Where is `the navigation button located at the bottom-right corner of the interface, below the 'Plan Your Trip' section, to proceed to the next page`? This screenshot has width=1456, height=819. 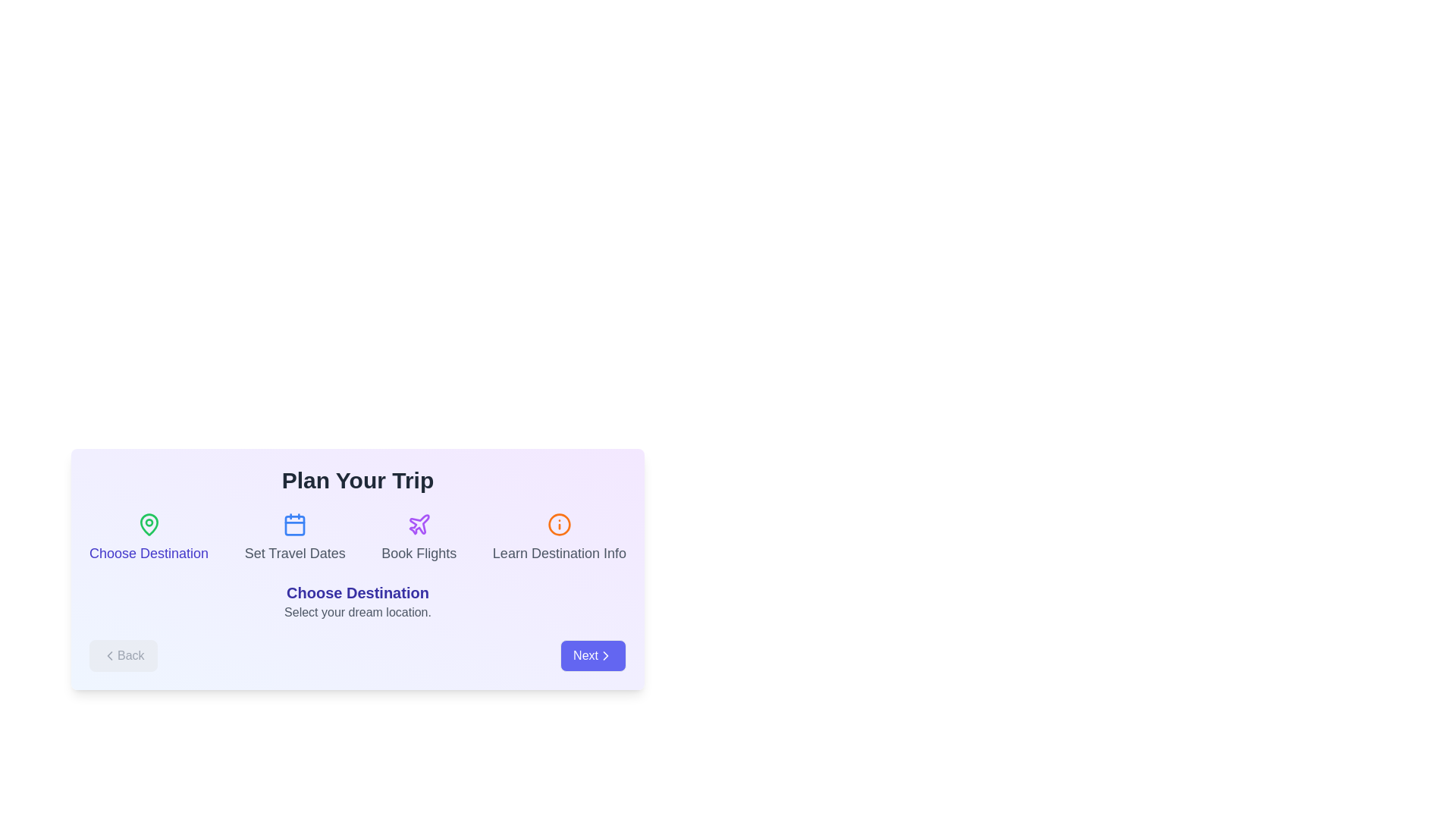
the navigation button located at the bottom-right corner of the interface, below the 'Plan Your Trip' section, to proceed to the next page is located at coordinates (592, 654).